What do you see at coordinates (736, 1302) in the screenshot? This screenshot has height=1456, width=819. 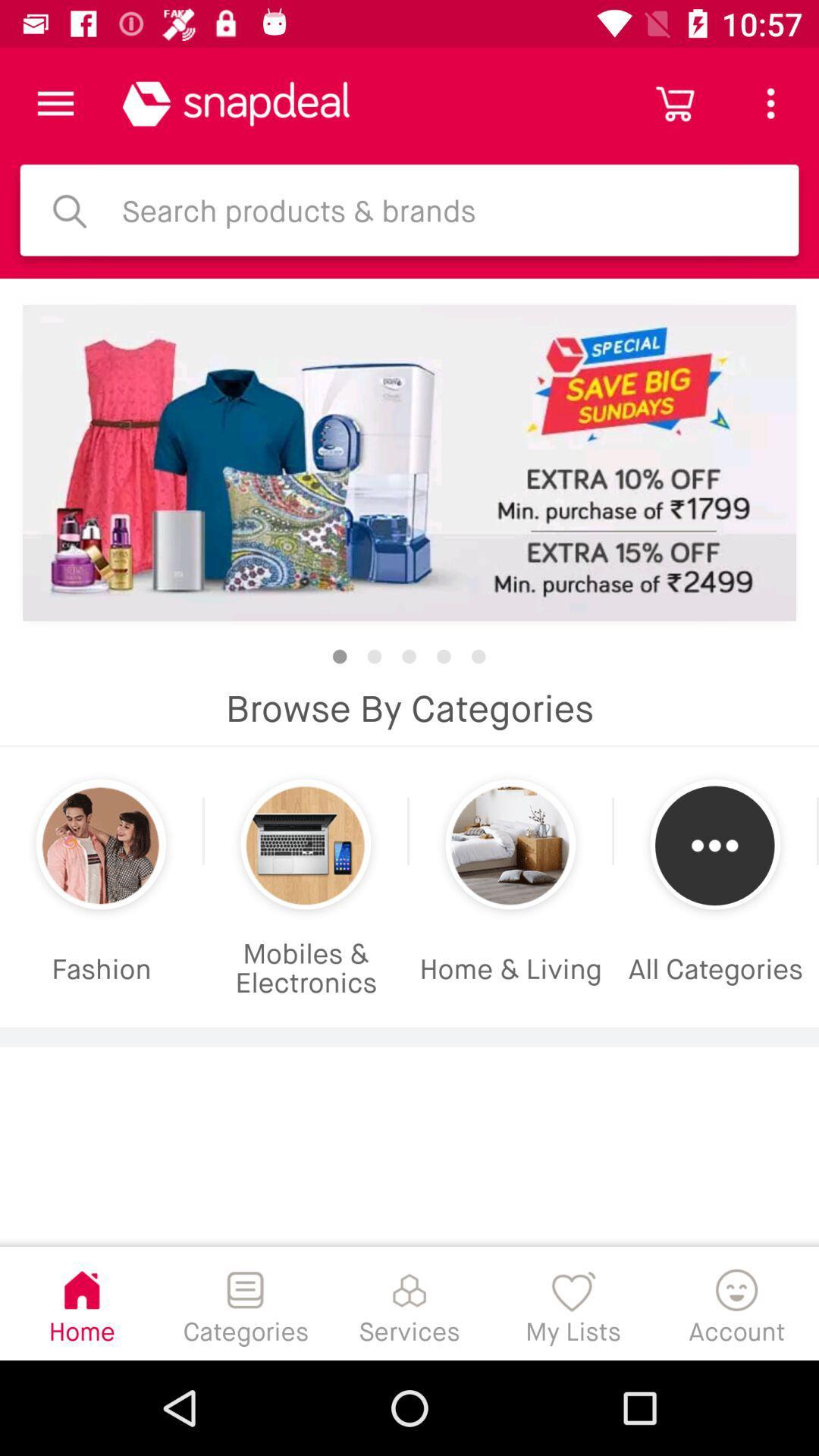 I see `the account item` at bounding box center [736, 1302].